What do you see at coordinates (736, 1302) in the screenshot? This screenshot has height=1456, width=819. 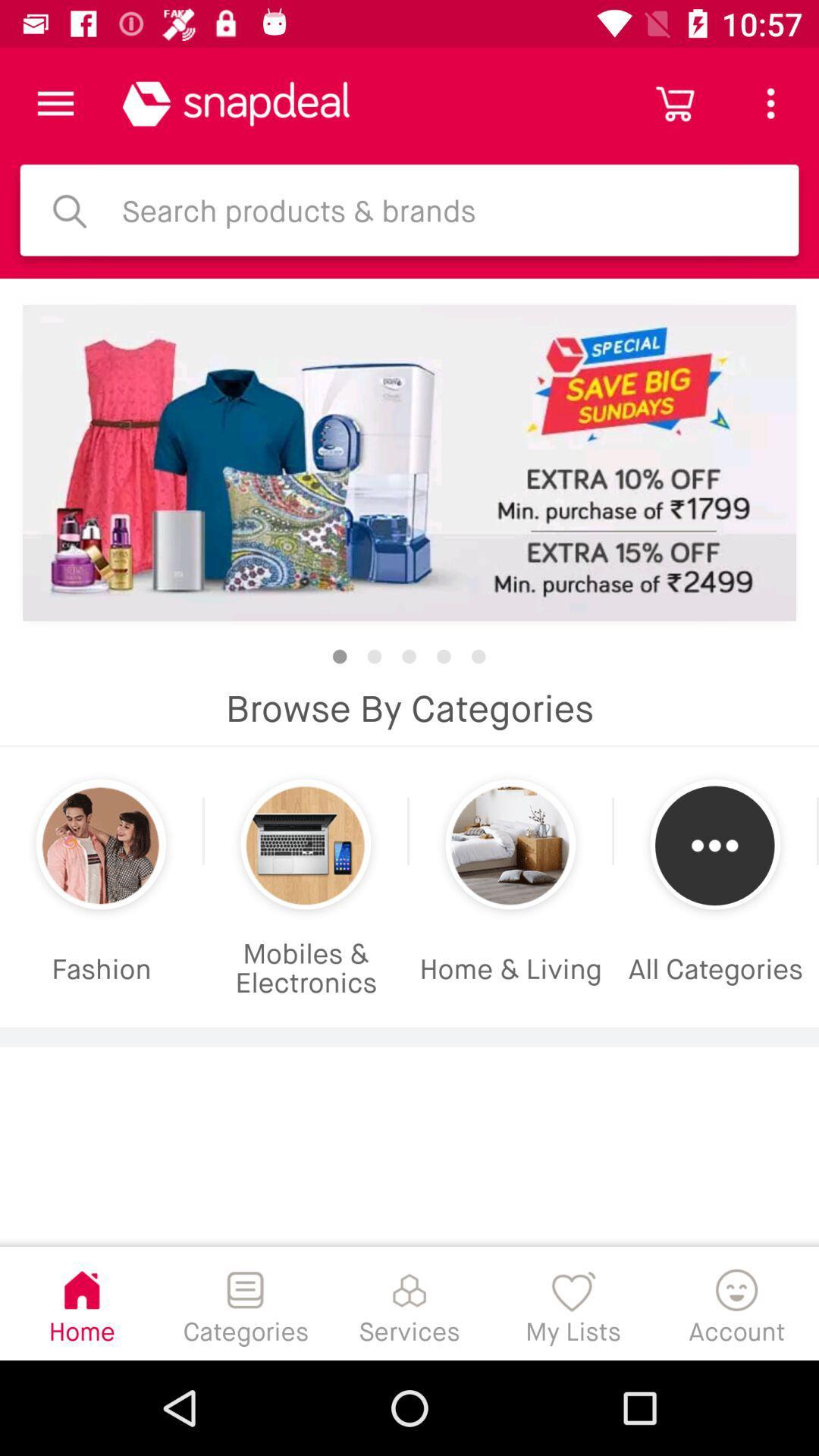 I see `the account item` at bounding box center [736, 1302].